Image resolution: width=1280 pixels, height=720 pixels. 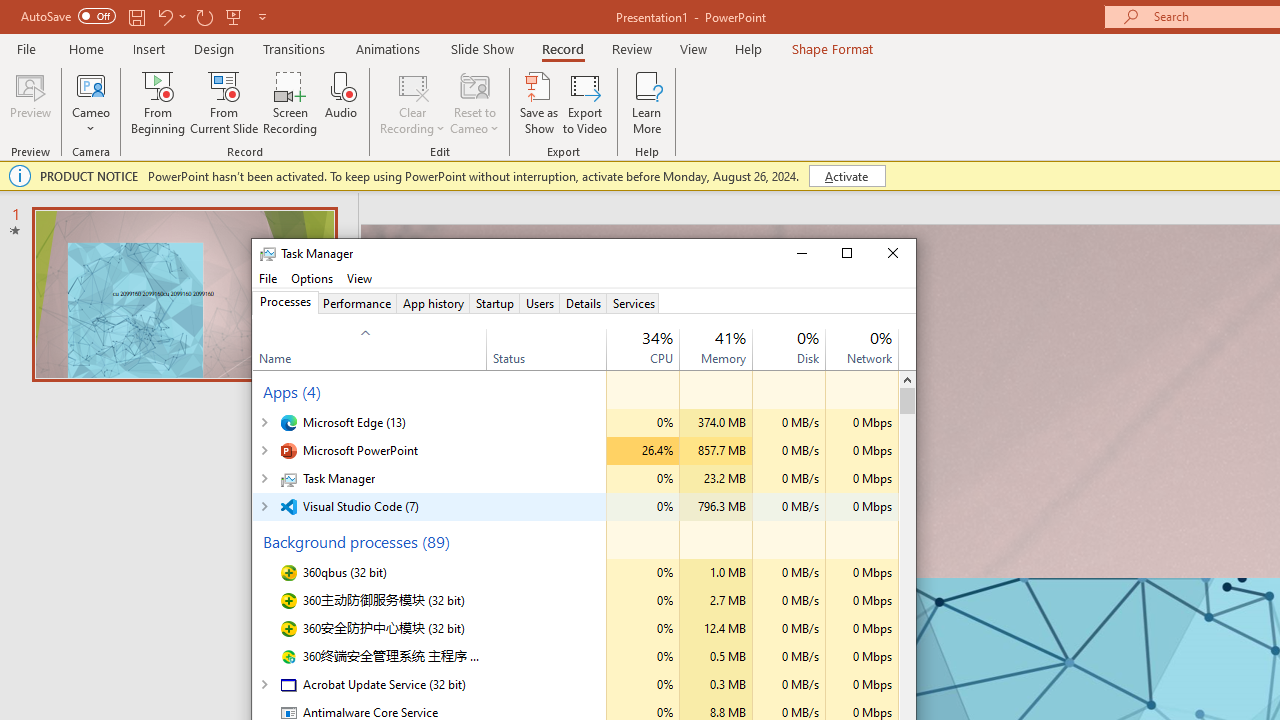 What do you see at coordinates (284, 303) in the screenshot?
I see `'Processes'` at bounding box center [284, 303].